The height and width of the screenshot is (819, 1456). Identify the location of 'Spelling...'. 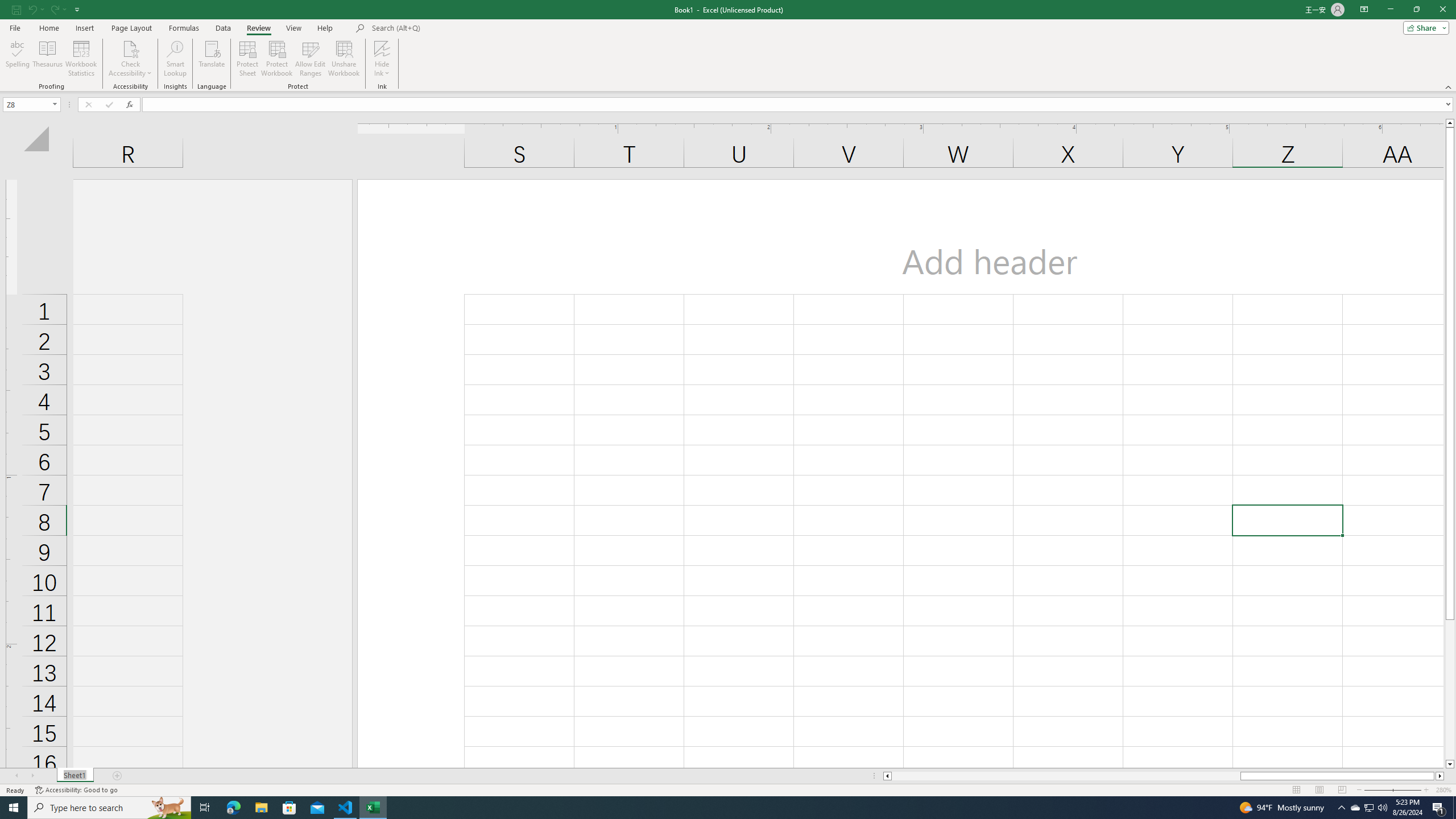
(16, 59).